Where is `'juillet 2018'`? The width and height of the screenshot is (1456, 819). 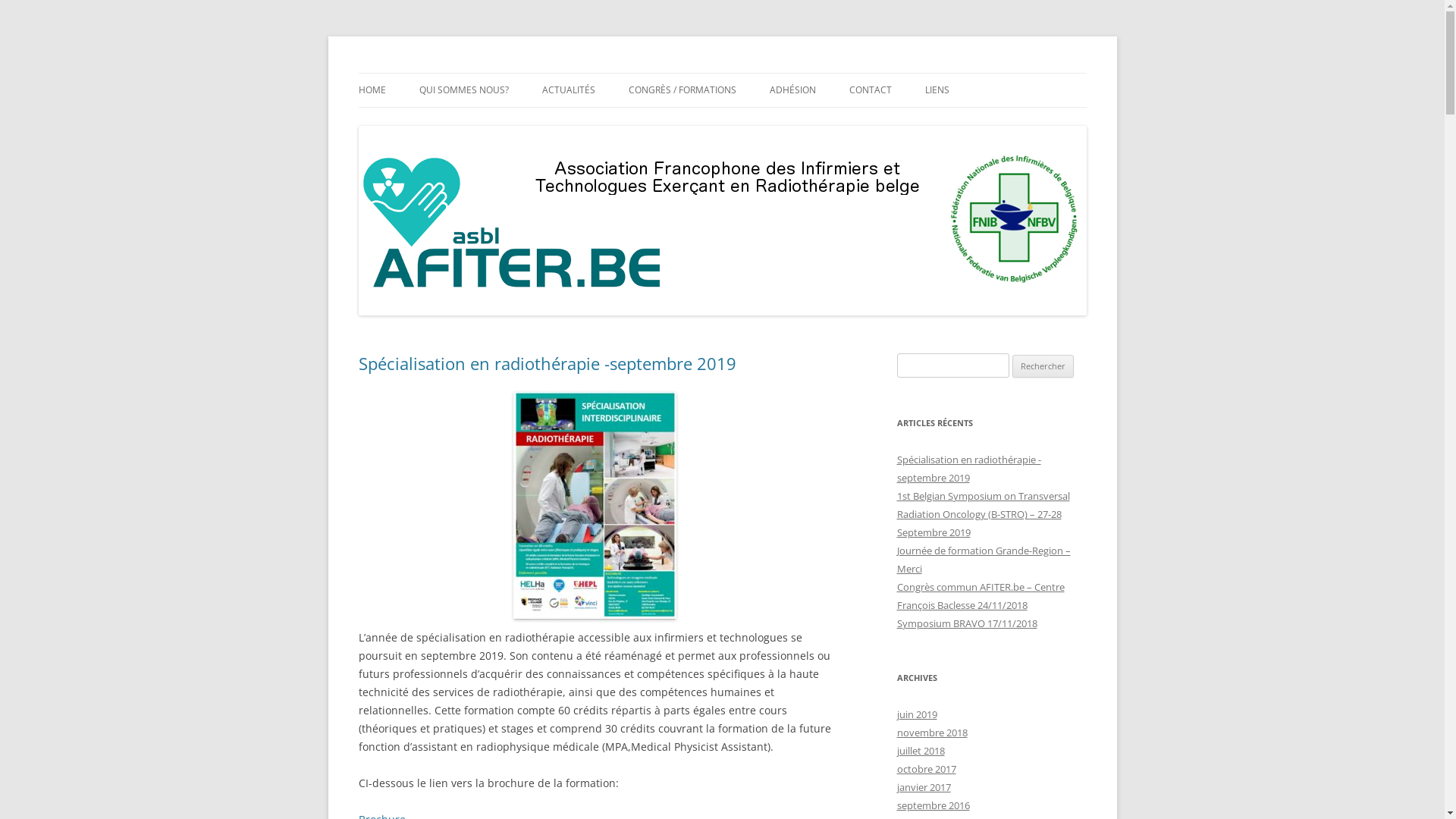
'juillet 2018' is located at coordinates (919, 751).